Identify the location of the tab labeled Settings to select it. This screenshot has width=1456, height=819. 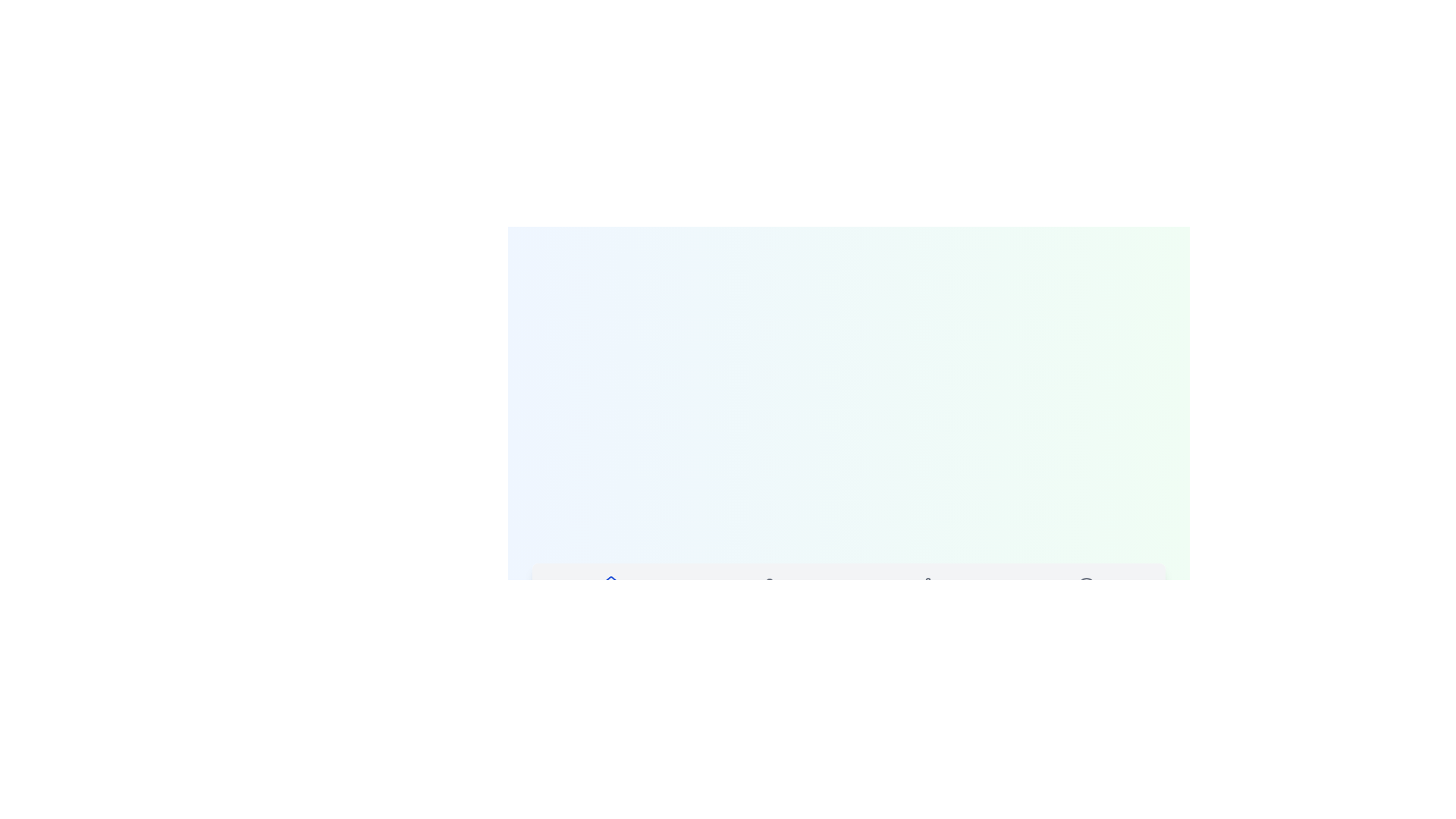
(927, 594).